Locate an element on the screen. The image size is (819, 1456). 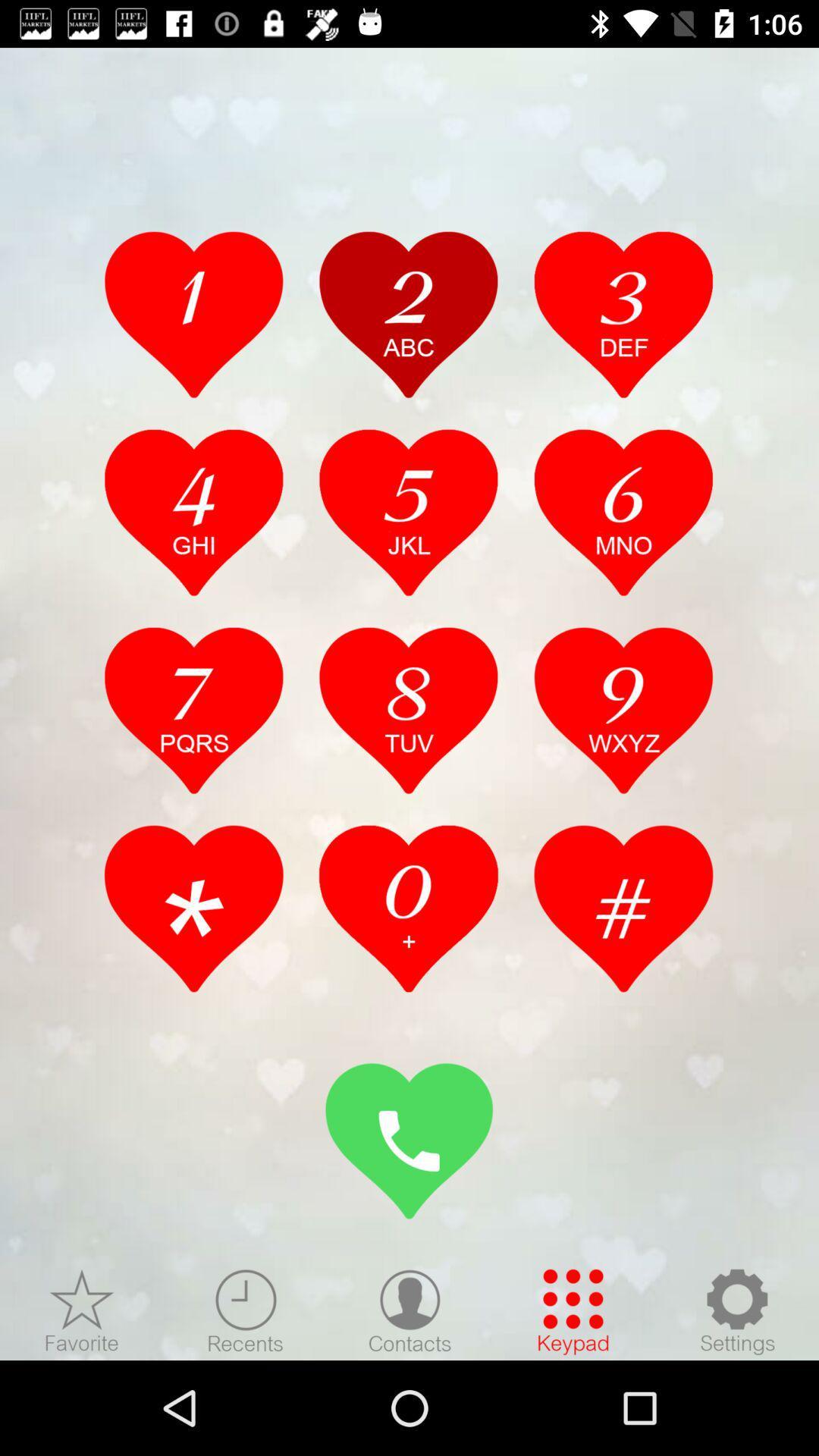
the dialpad icon is located at coordinates (573, 1310).